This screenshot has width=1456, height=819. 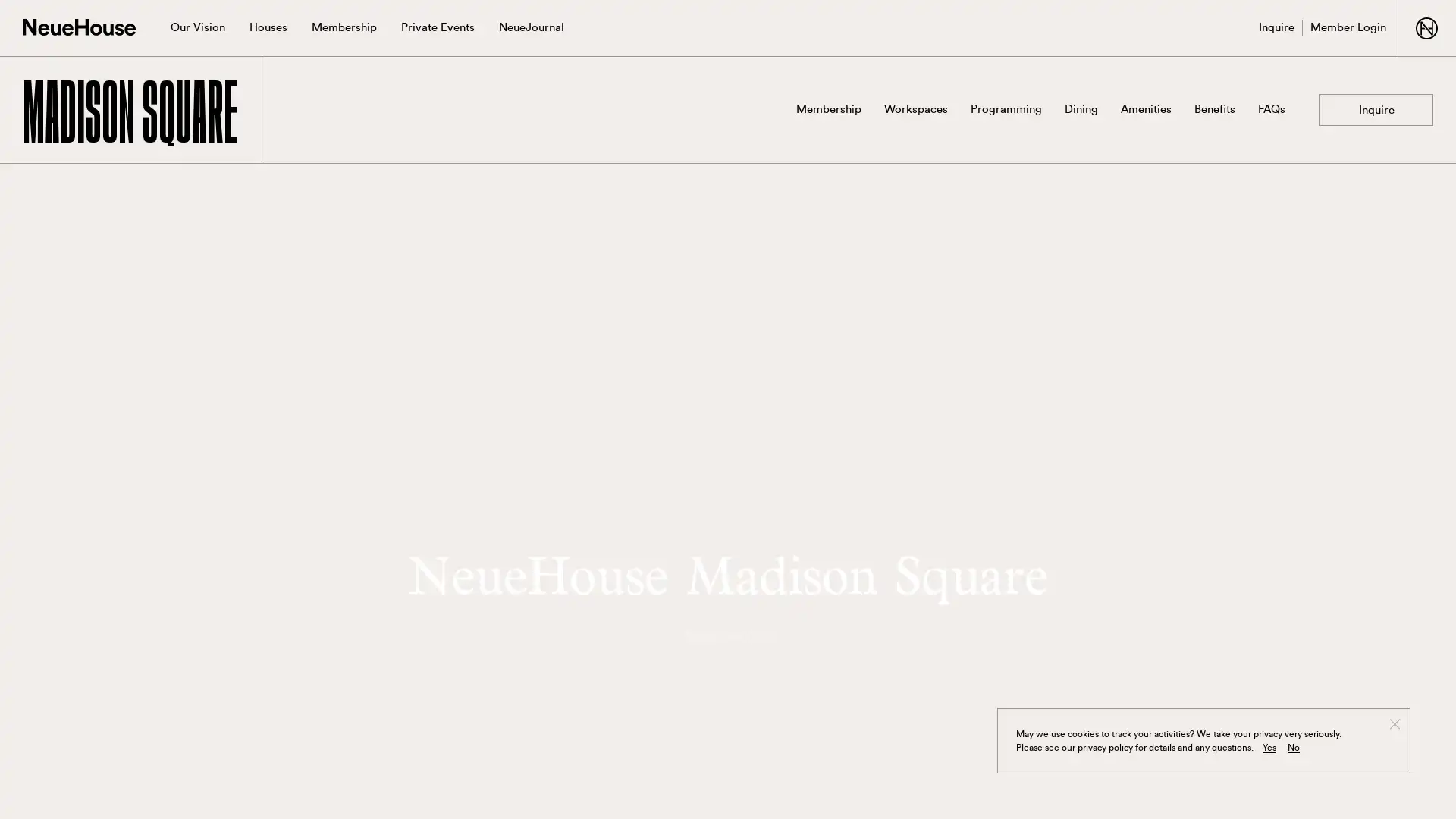 What do you see at coordinates (1348, 28) in the screenshot?
I see `Member Login` at bounding box center [1348, 28].